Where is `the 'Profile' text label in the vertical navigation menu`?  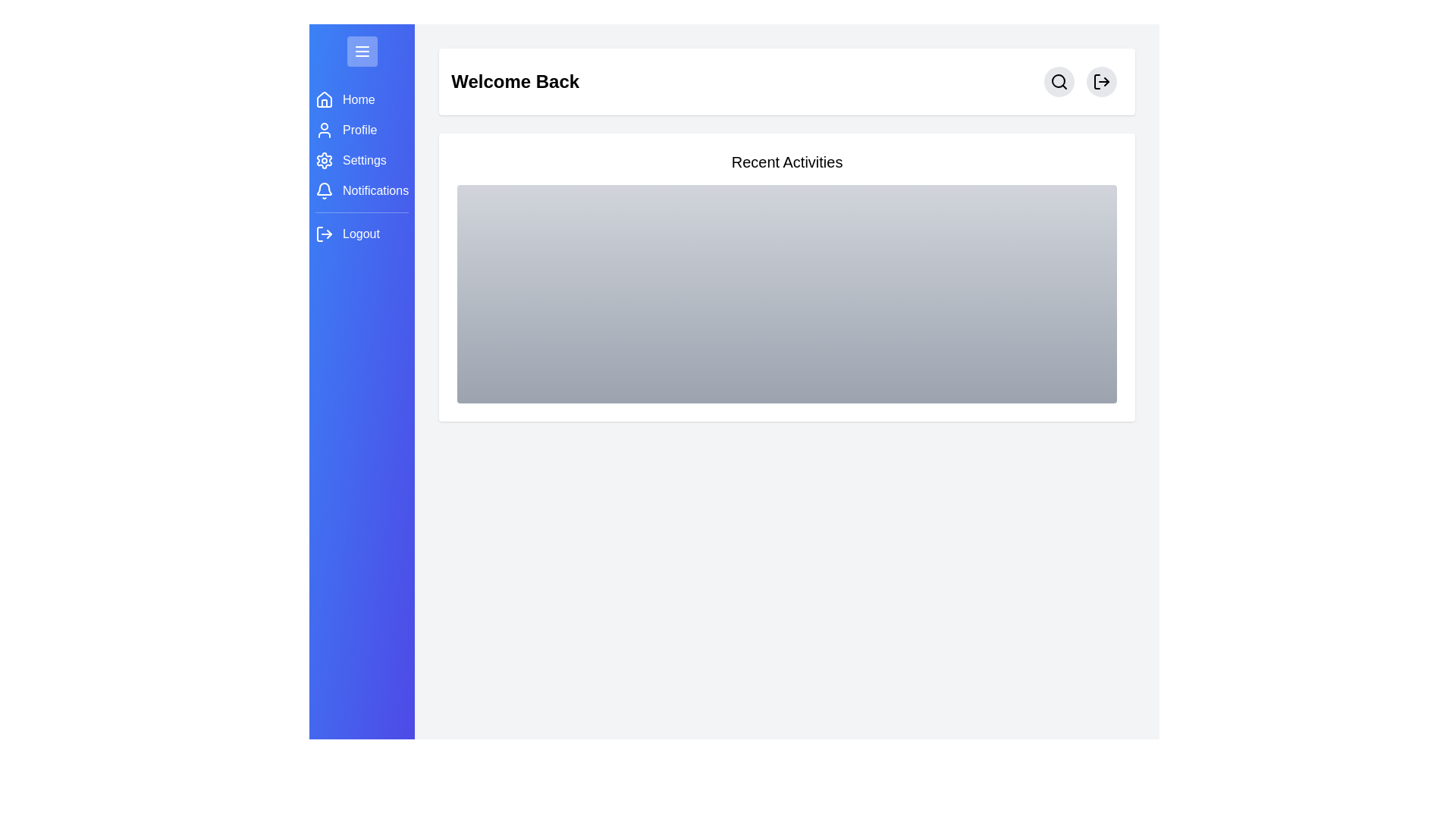
the 'Profile' text label in the vertical navigation menu is located at coordinates (359, 130).